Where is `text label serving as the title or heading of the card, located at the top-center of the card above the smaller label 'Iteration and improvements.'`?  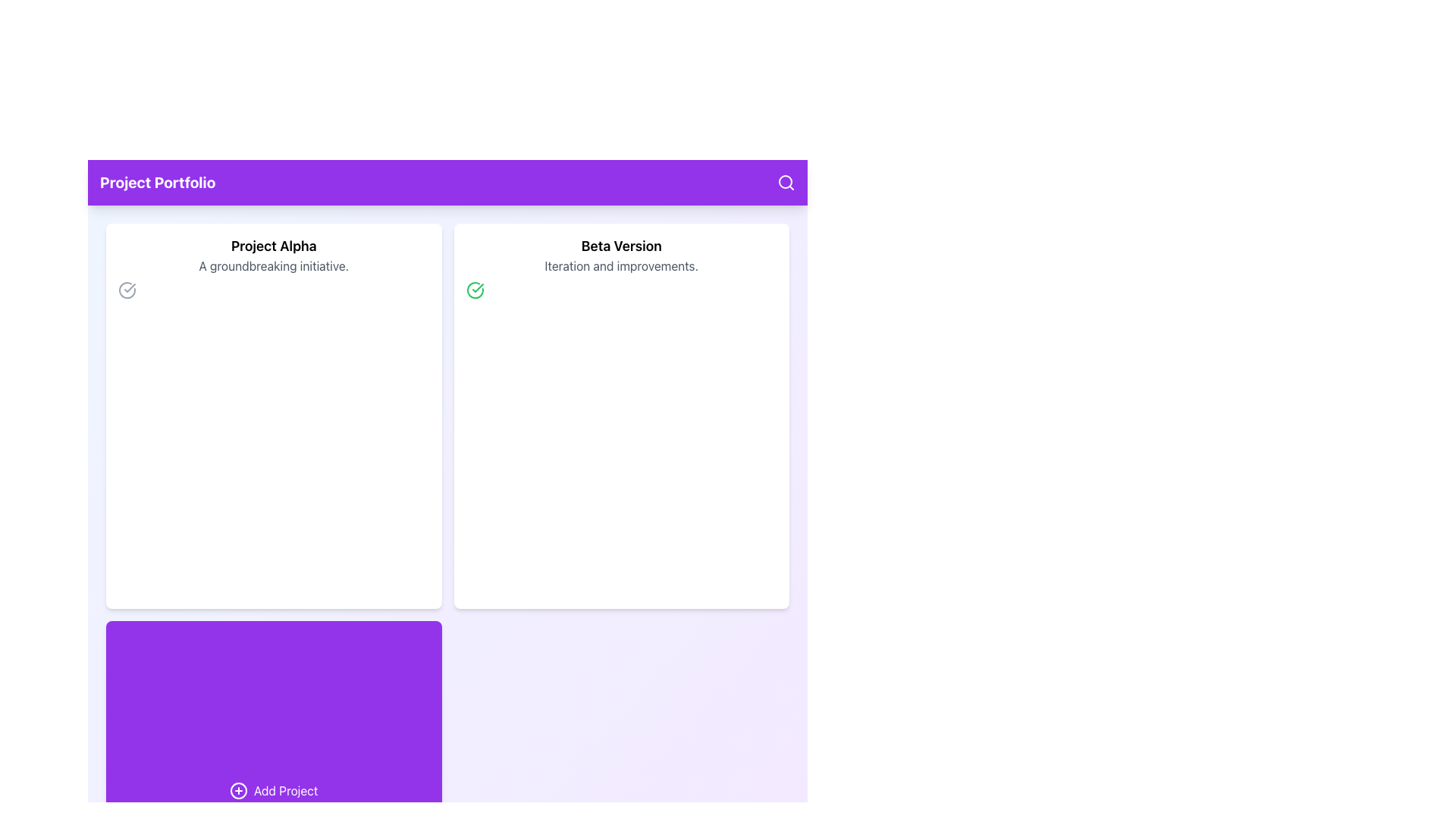 text label serving as the title or heading of the card, located at the top-center of the card above the smaller label 'Iteration and improvements.' is located at coordinates (621, 245).